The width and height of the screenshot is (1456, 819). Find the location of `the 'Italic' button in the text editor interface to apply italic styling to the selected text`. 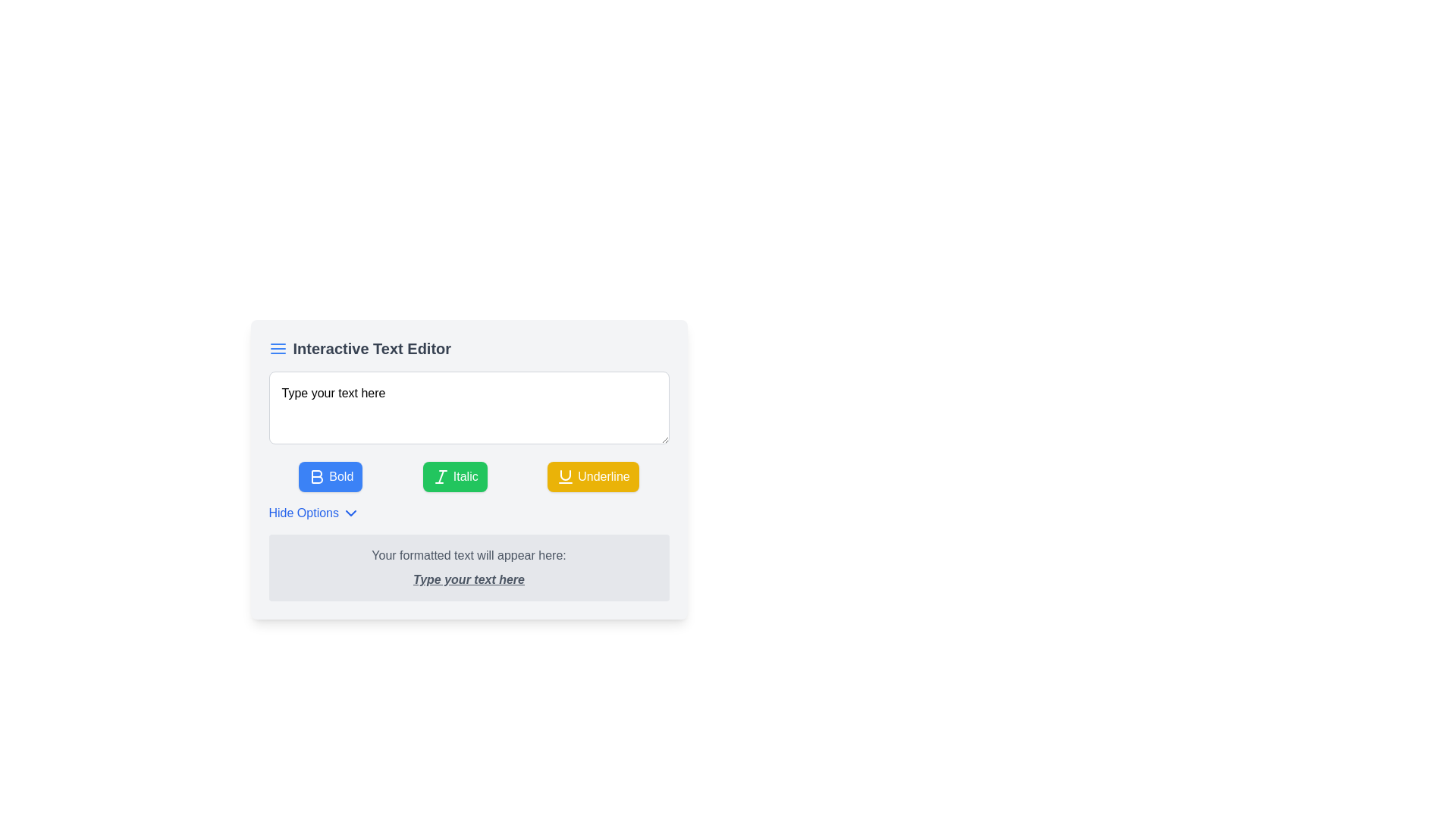

the 'Italic' button in the text editor interface to apply italic styling to the selected text is located at coordinates (468, 479).